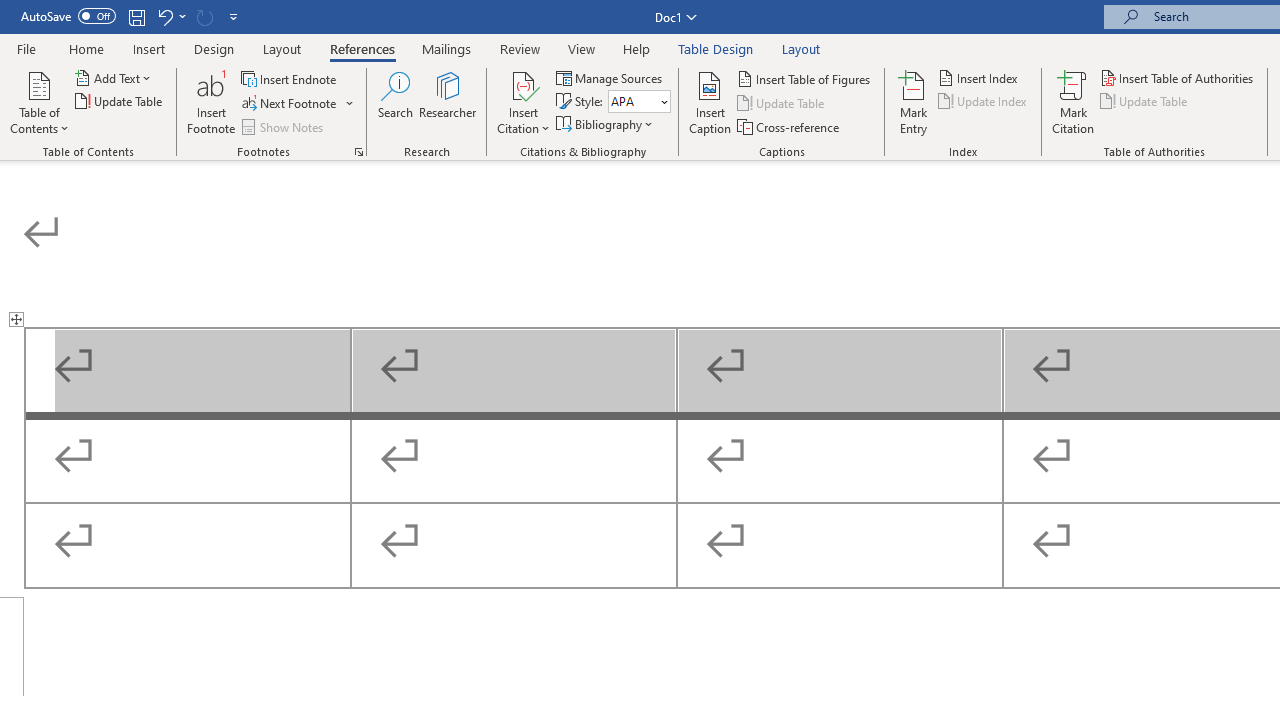 The height and width of the screenshot is (720, 1280). I want to click on 'Update Table', so click(1145, 101).